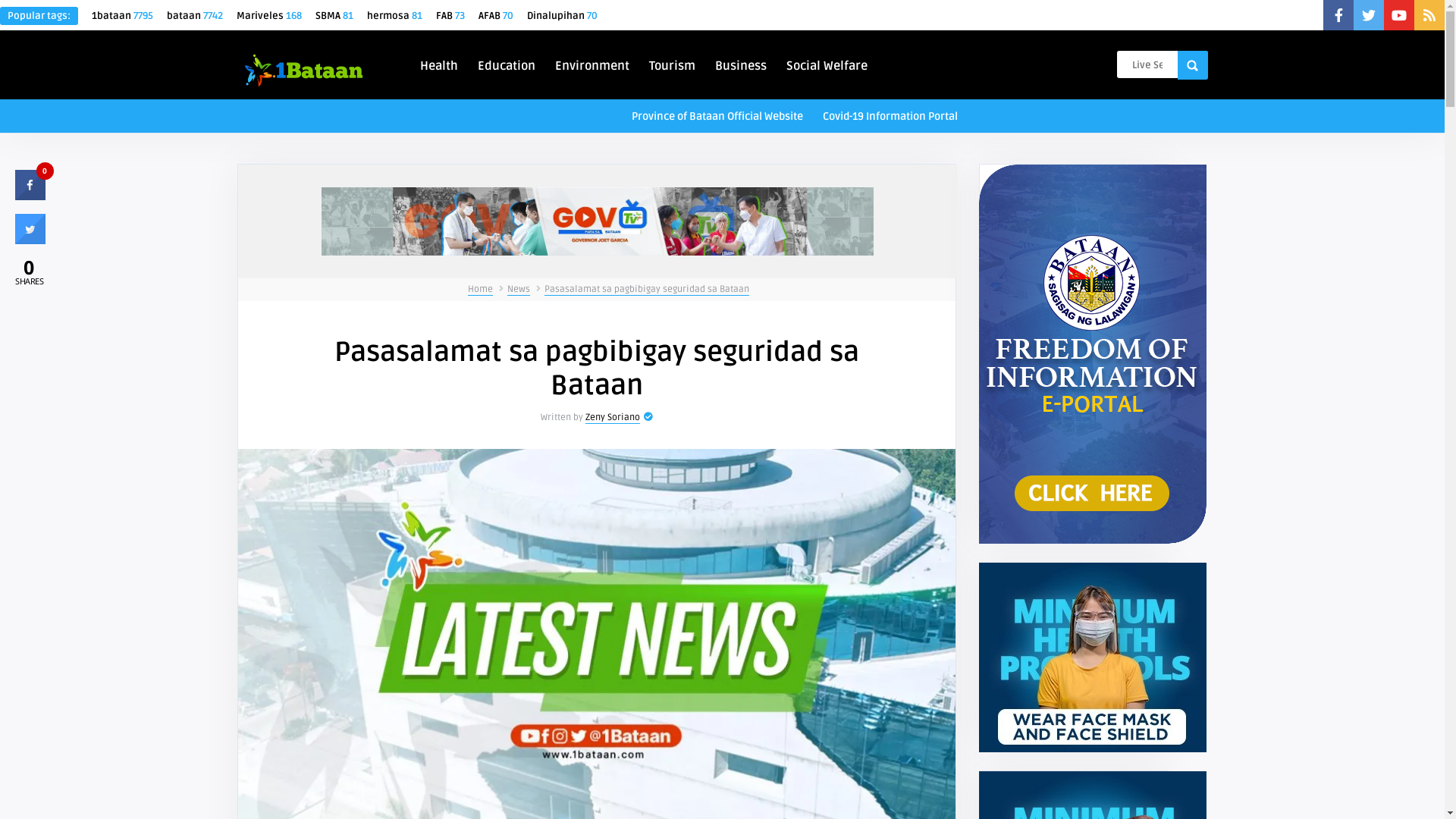  What do you see at coordinates (495, 15) in the screenshot?
I see `'AFAB 70'` at bounding box center [495, 15].